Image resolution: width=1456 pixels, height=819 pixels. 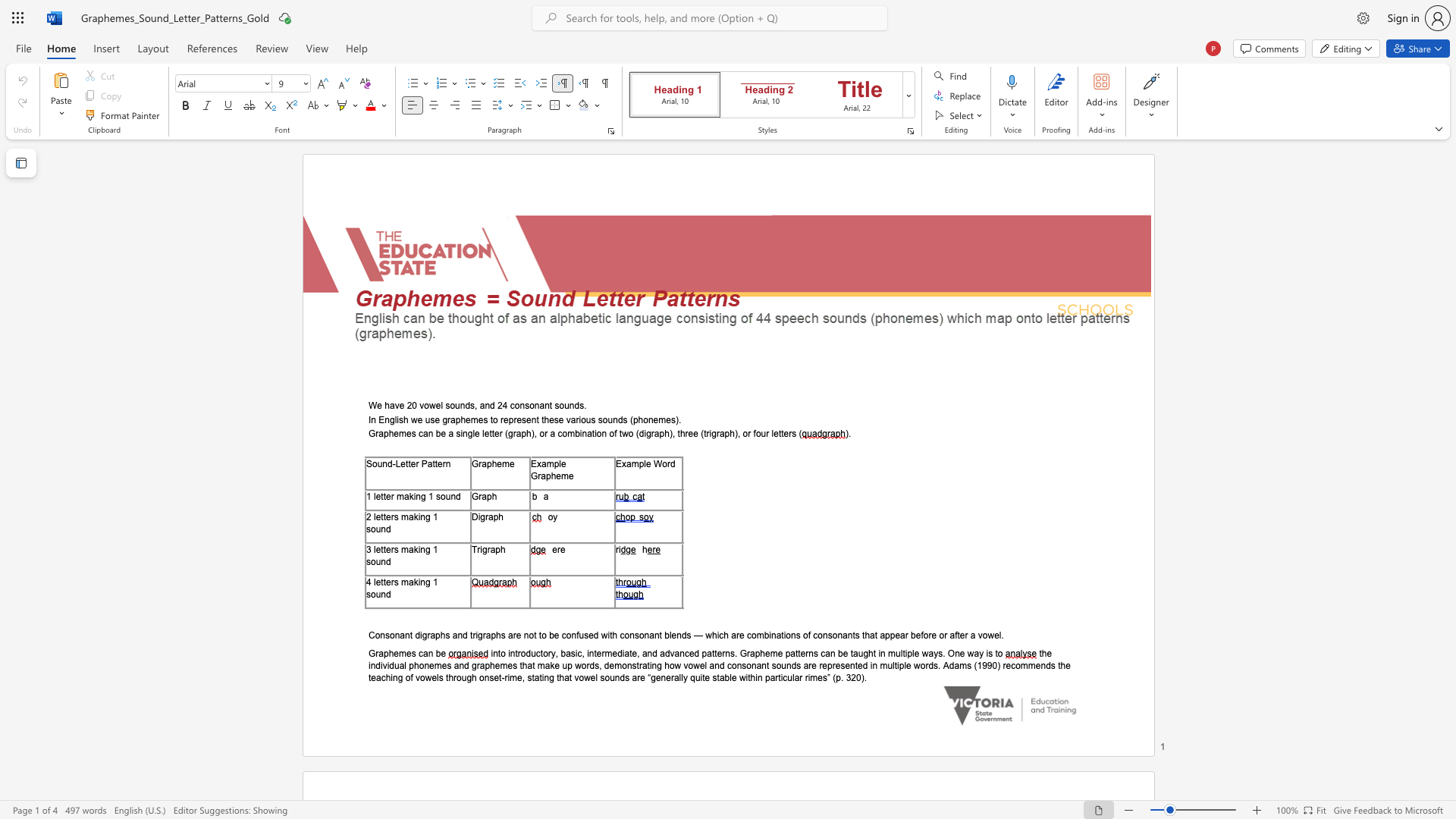 What do you see at coordinates (508, 635) in the screenshot?
I see `the subset text "are not to be confused with consonant blends — which are combination" within the text "Consonant digraphs and trigraphs are not to be confused with consonant blends — which are combinations of consonants that appear before or after a vowel"` at bounding box center [508, 635].